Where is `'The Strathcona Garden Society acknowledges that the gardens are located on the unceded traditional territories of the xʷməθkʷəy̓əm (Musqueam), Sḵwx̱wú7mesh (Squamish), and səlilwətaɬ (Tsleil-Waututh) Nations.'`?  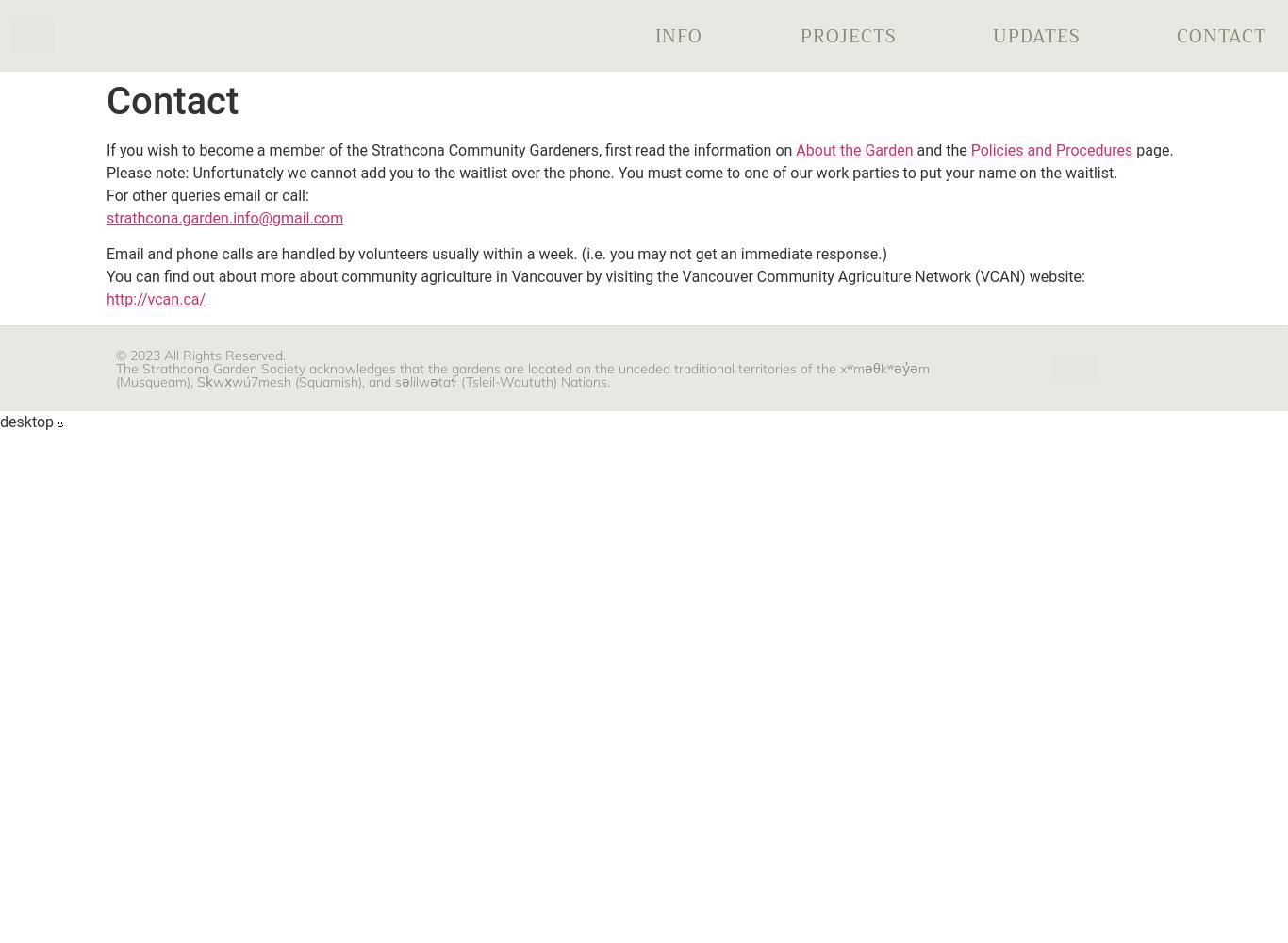 'The Strathcona Garden Society acknowledges that the gardens are located on the unceded traditional territories of the xʷməθkʷəy̓əm (Musqueam), Sḵwx̱wú7mesh (Squamish), and səlilwətaɬ (Tsleil-Waututh) Nations.' is located at coordinates (522, 374).